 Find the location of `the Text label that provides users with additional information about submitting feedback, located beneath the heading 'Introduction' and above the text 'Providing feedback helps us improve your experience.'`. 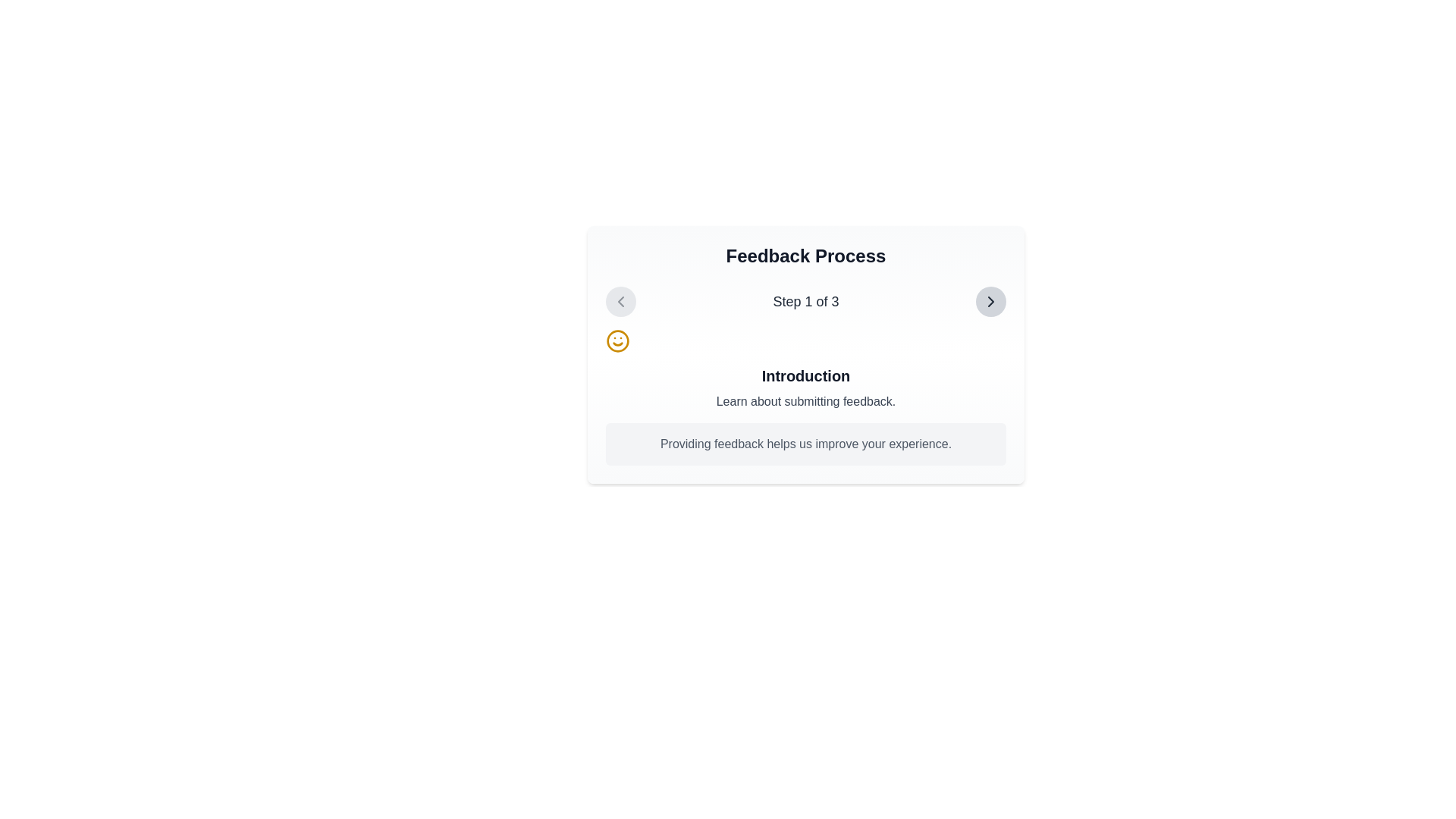

the Text label that provides users with additional information about submitting feedback, located beneath the heading 'Introduction' and above the text 'Providing feedback helps us improve your experience.' is located at coordinates (805, 400).